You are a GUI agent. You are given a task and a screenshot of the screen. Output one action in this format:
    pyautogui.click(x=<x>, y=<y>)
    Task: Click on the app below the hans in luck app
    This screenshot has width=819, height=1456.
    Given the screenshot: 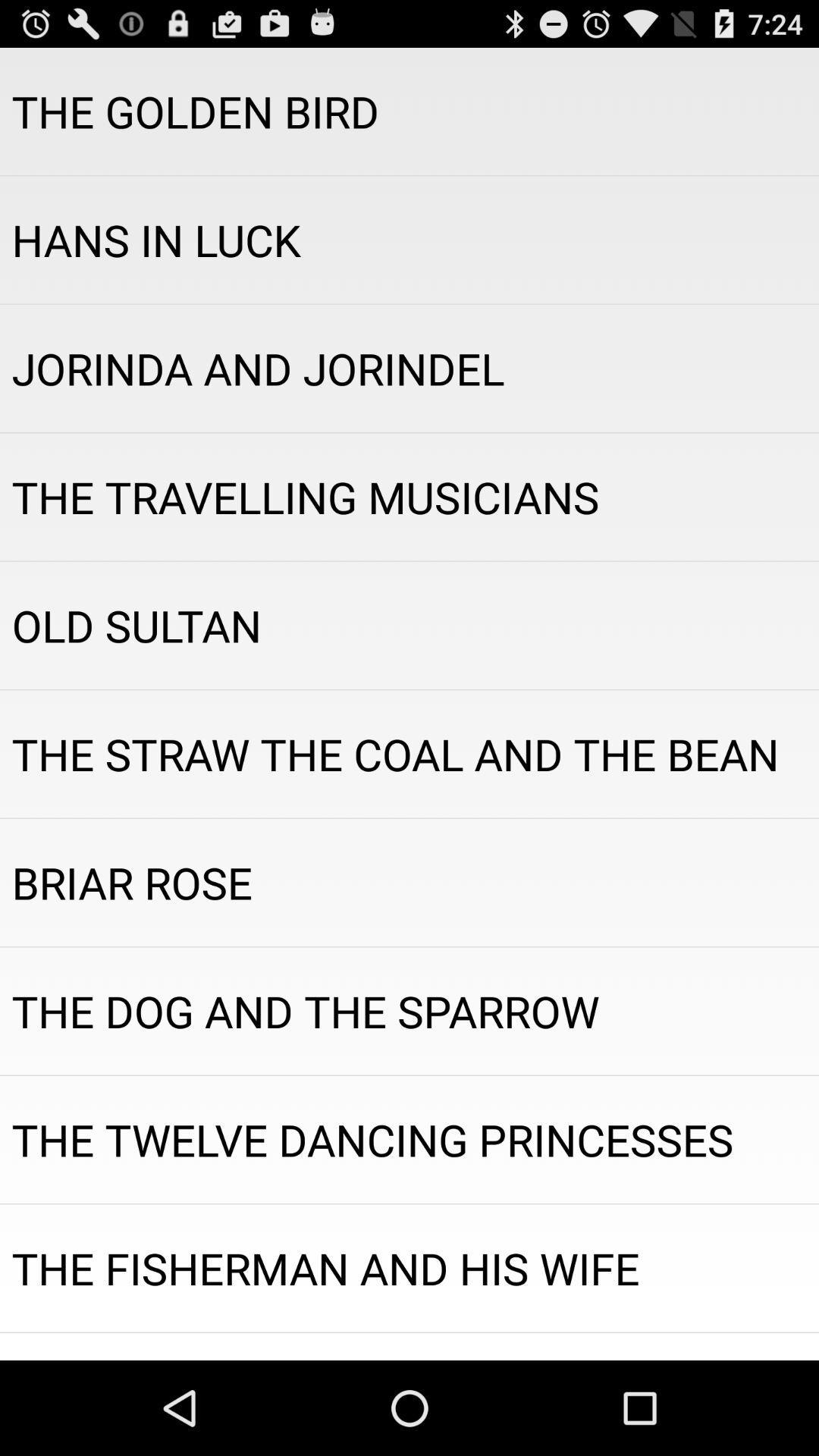 What is the action you would take?
    pyautogui.click(x=409, y=368)
    